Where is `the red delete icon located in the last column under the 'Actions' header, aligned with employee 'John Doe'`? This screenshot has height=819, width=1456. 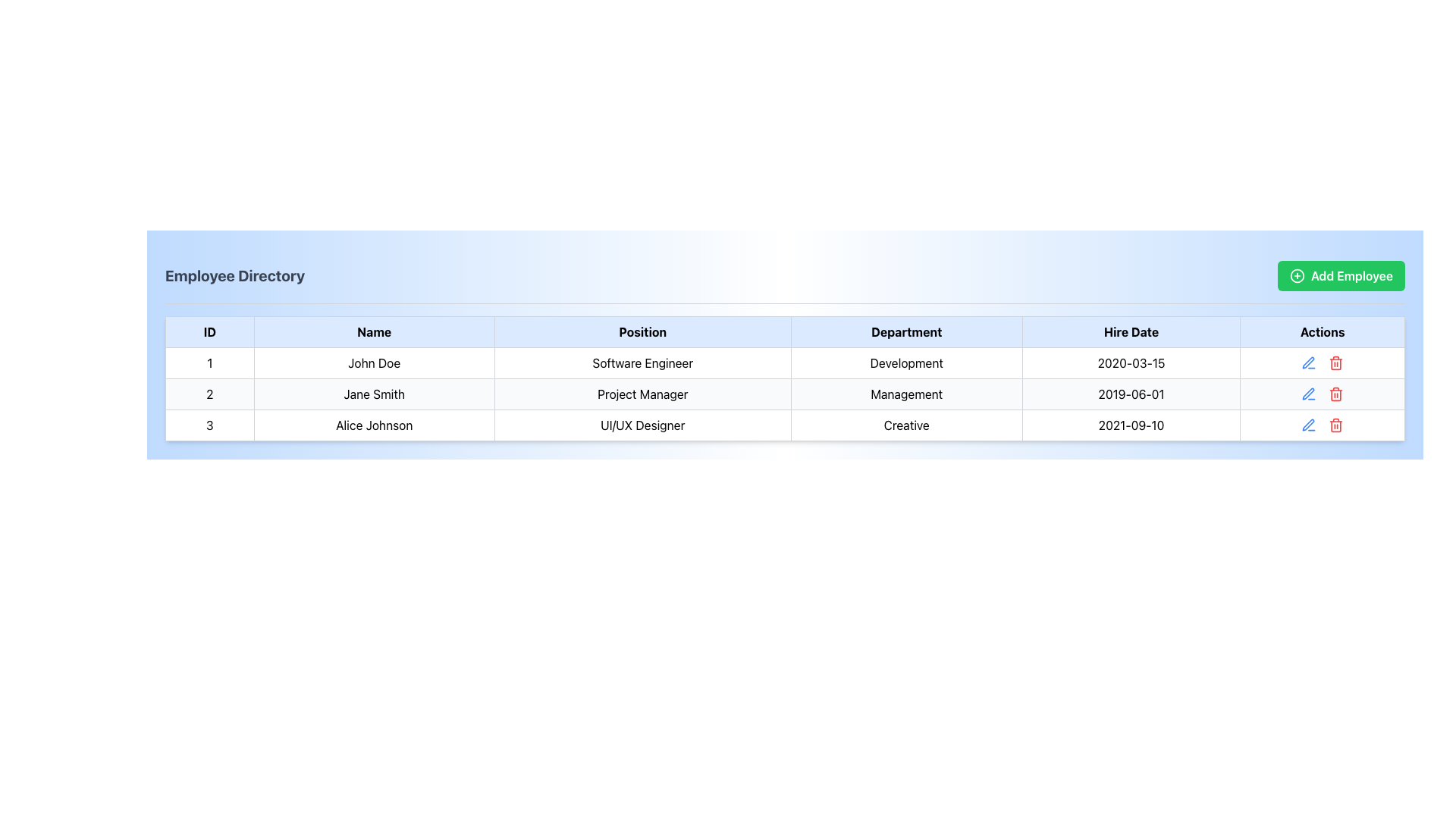 the red delete icon located in the last column under the 'Actions' header, aligned with employee 'John Doe' is located at coordinates (1321, 362).